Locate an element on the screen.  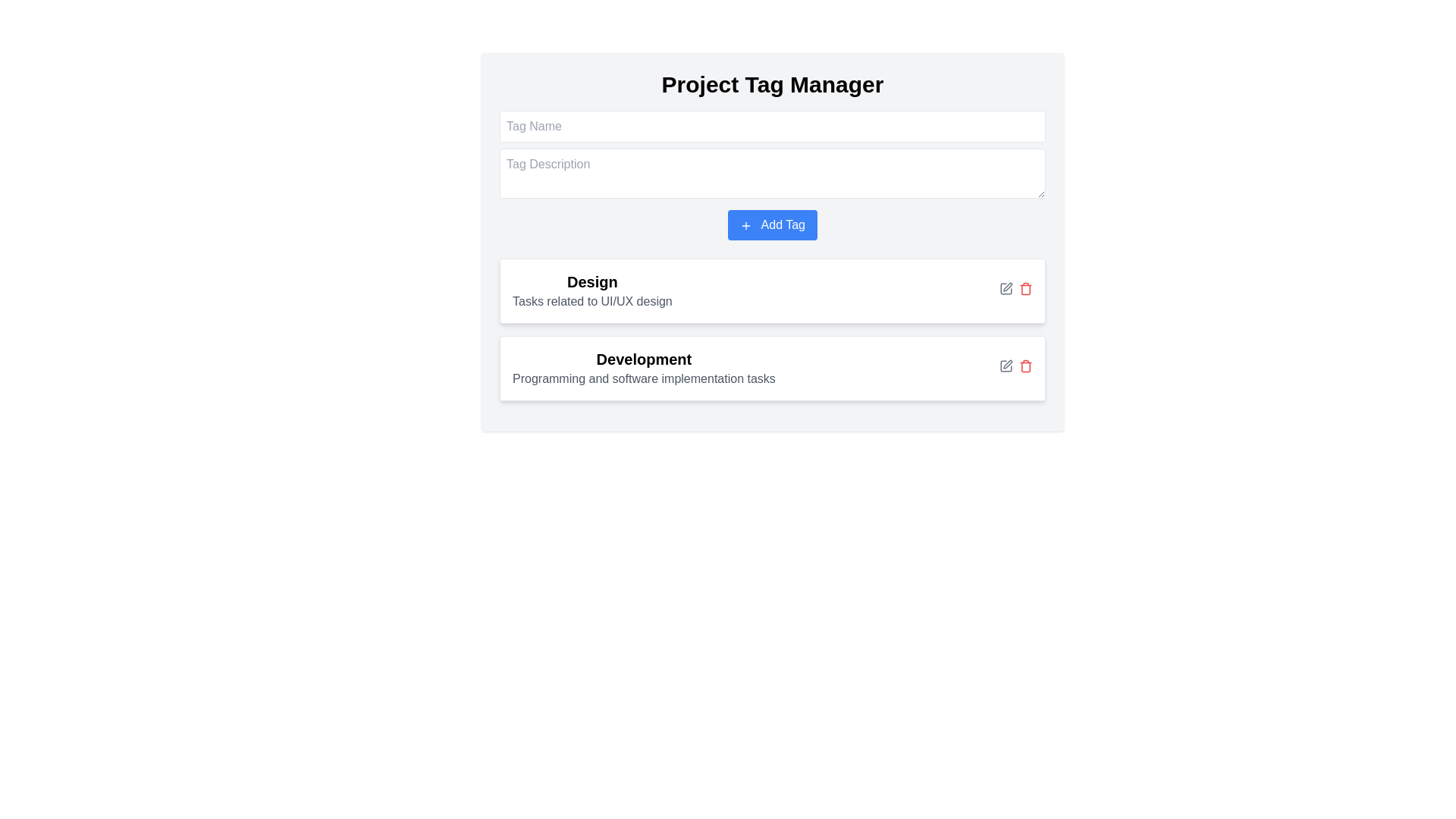
the bright blue 'Add Tag' button with white text and a plus icon is located at coordinates (772, 225).